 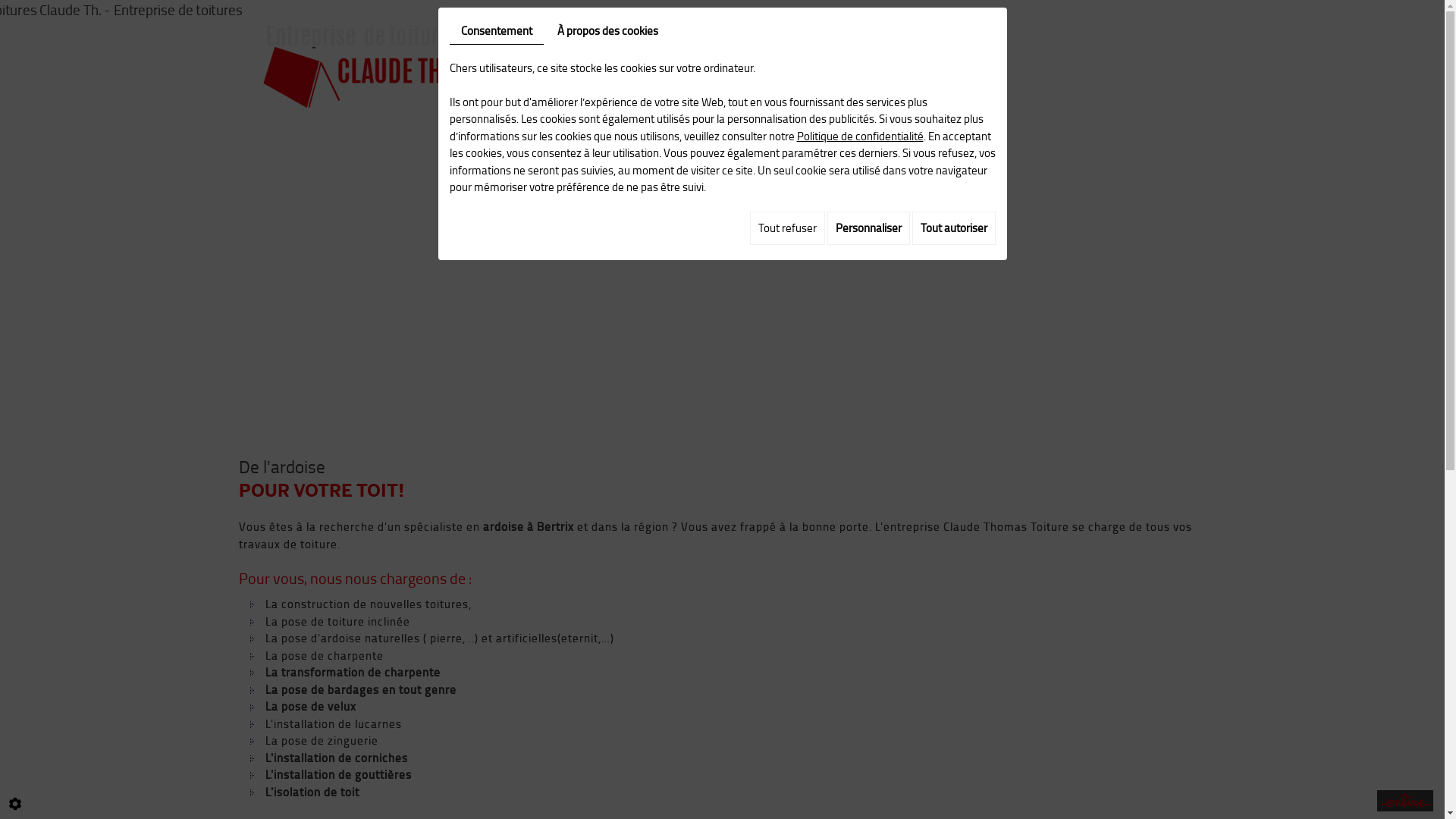 I want to click on 'Personnaliser', so click(x=868, y=227).